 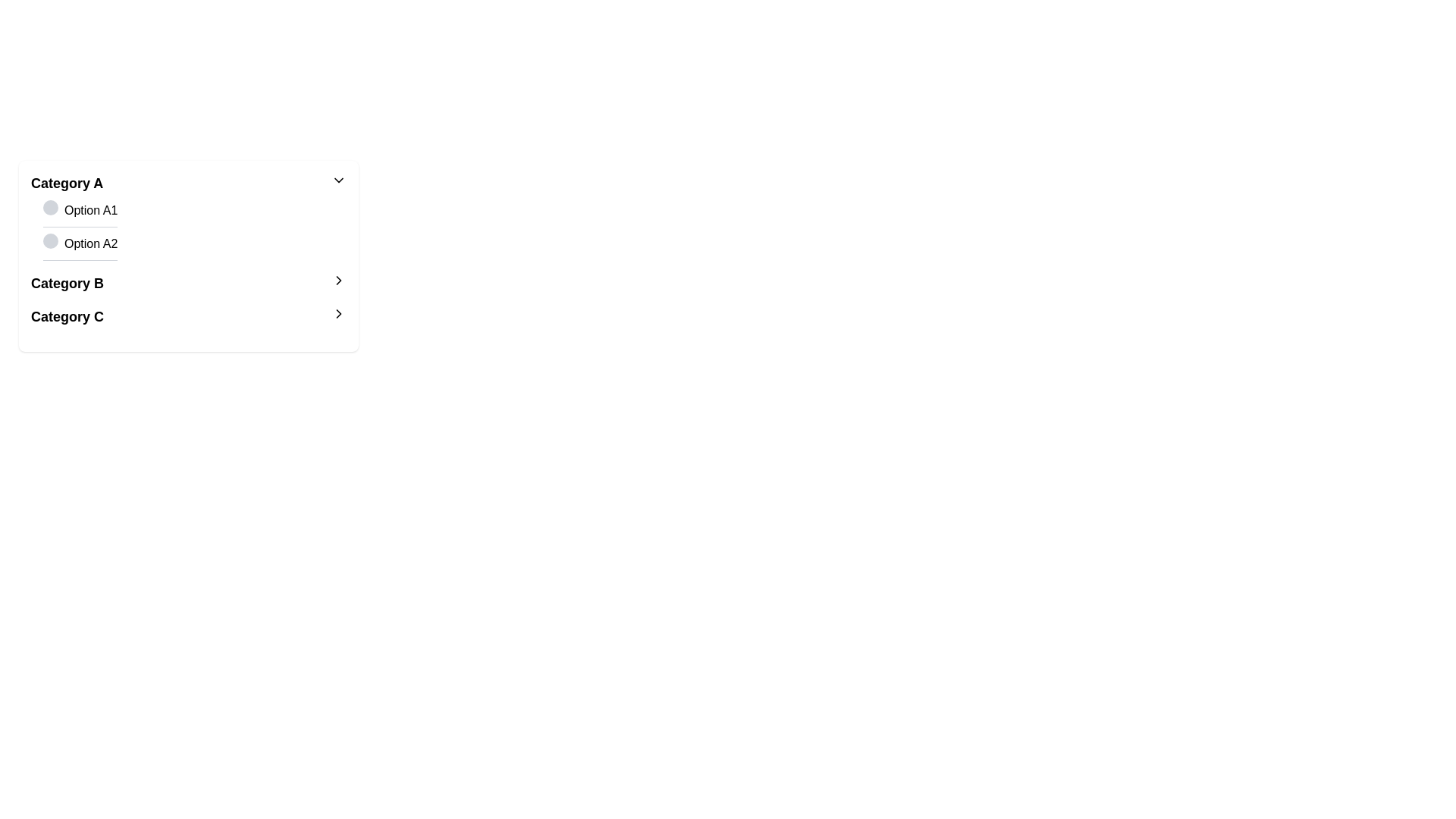 I want to click on the right-pointing chevron icon adjacent to the text 'Category B' in the second item of the list to interact with it, so click(x=337, y=281).